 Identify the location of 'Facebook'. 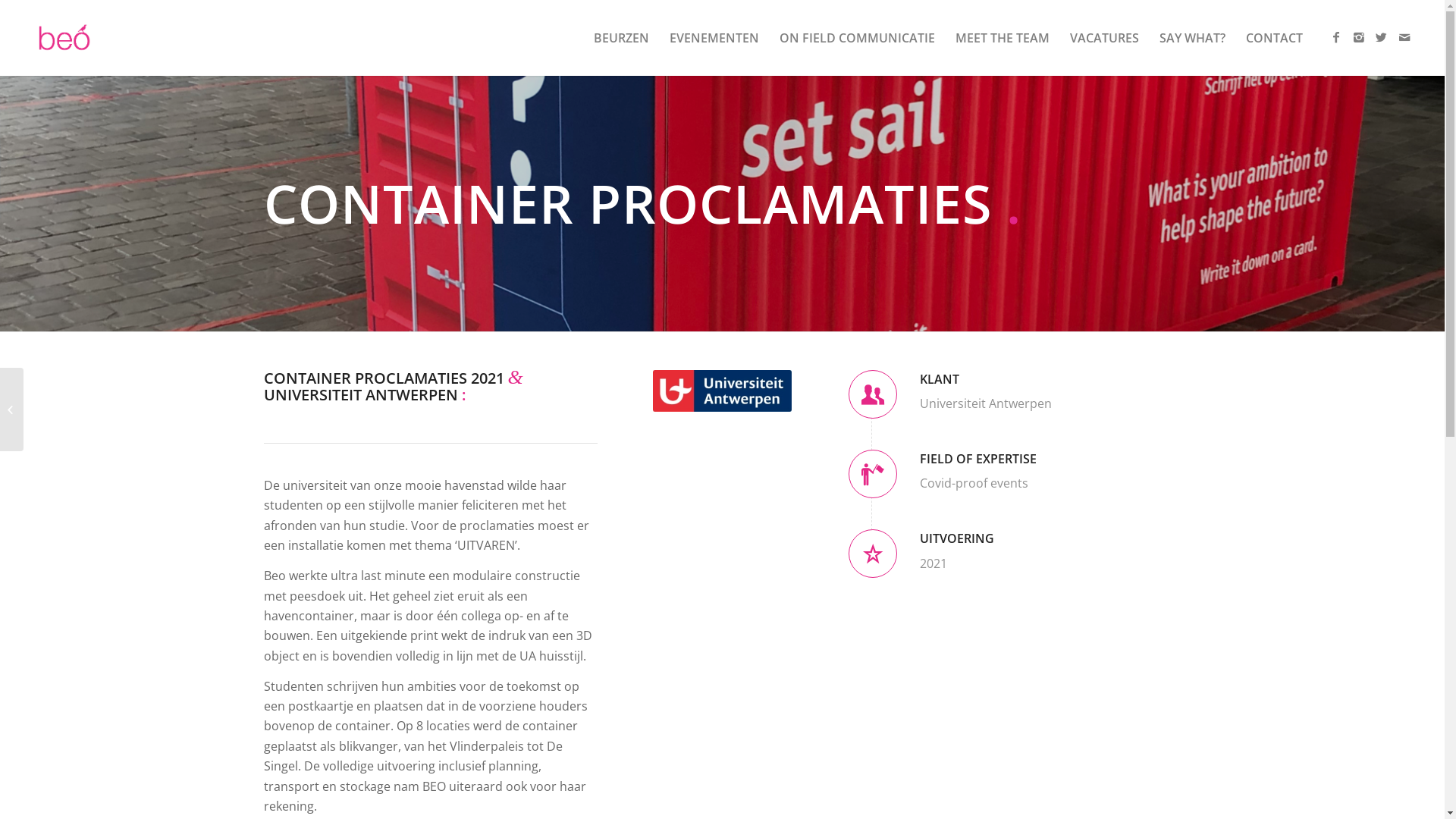
(1324, 36).